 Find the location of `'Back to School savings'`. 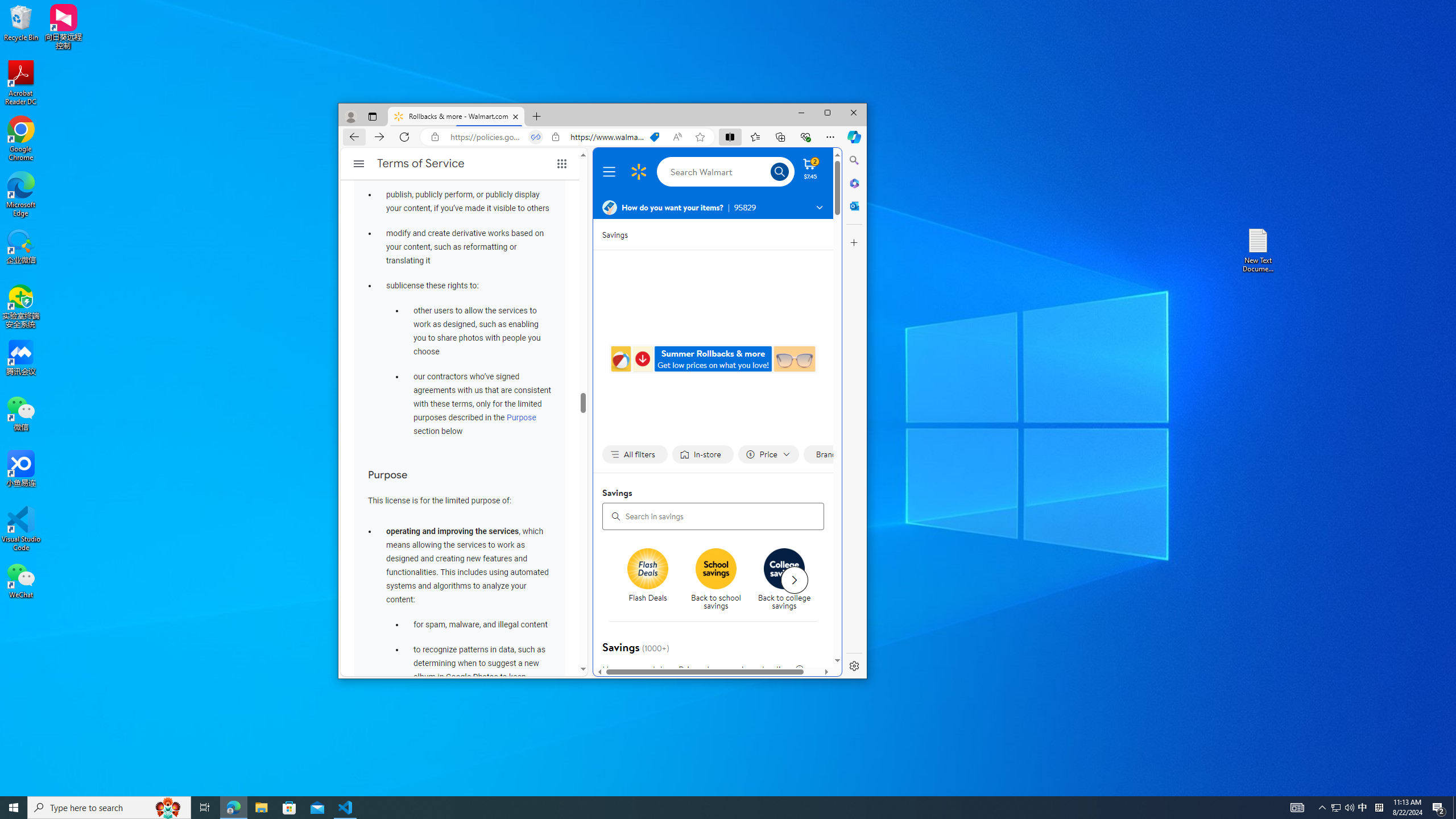

'Back to School savings' is located at coordinates (716, 568).